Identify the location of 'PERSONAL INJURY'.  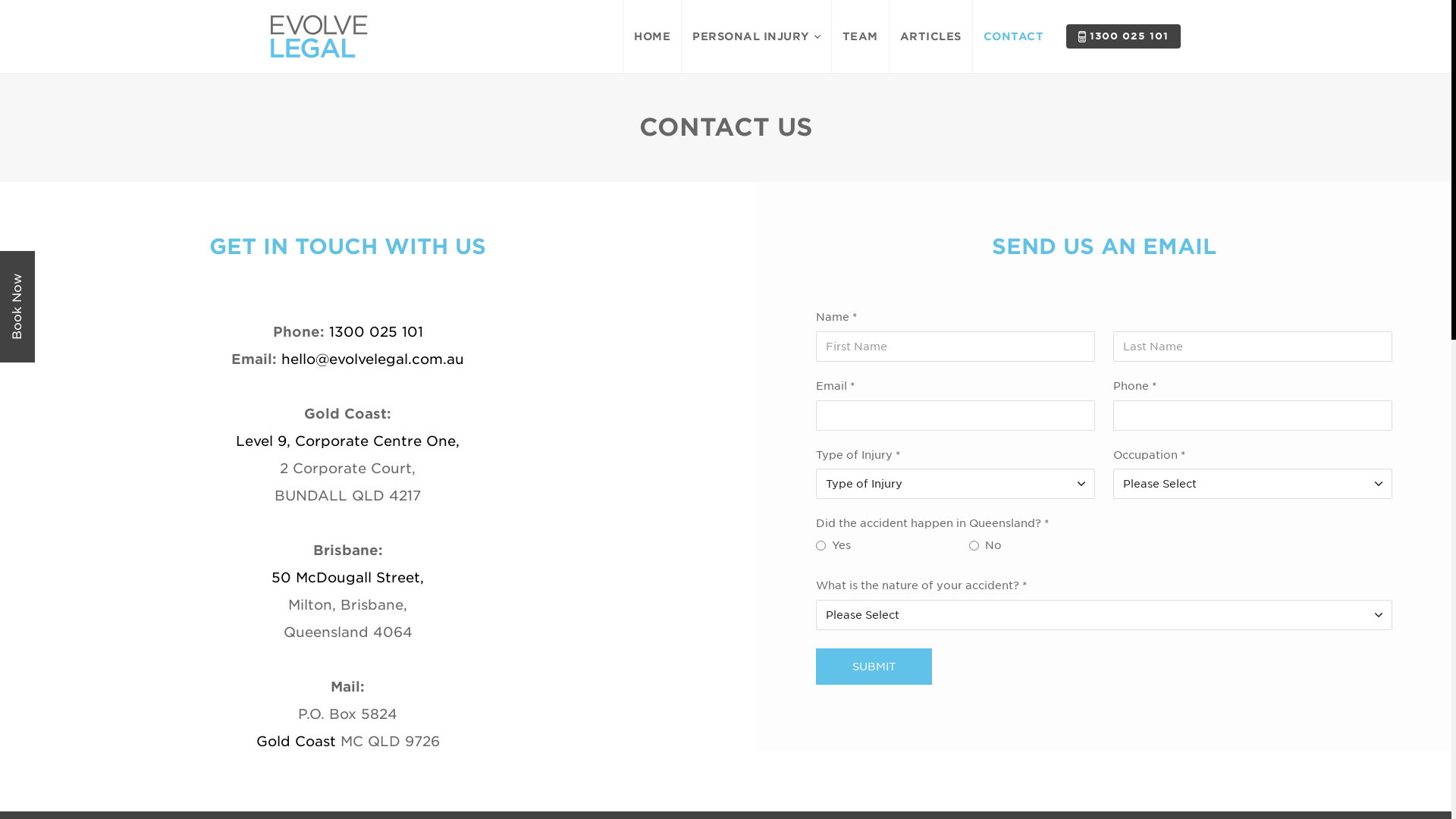
(756, 35).